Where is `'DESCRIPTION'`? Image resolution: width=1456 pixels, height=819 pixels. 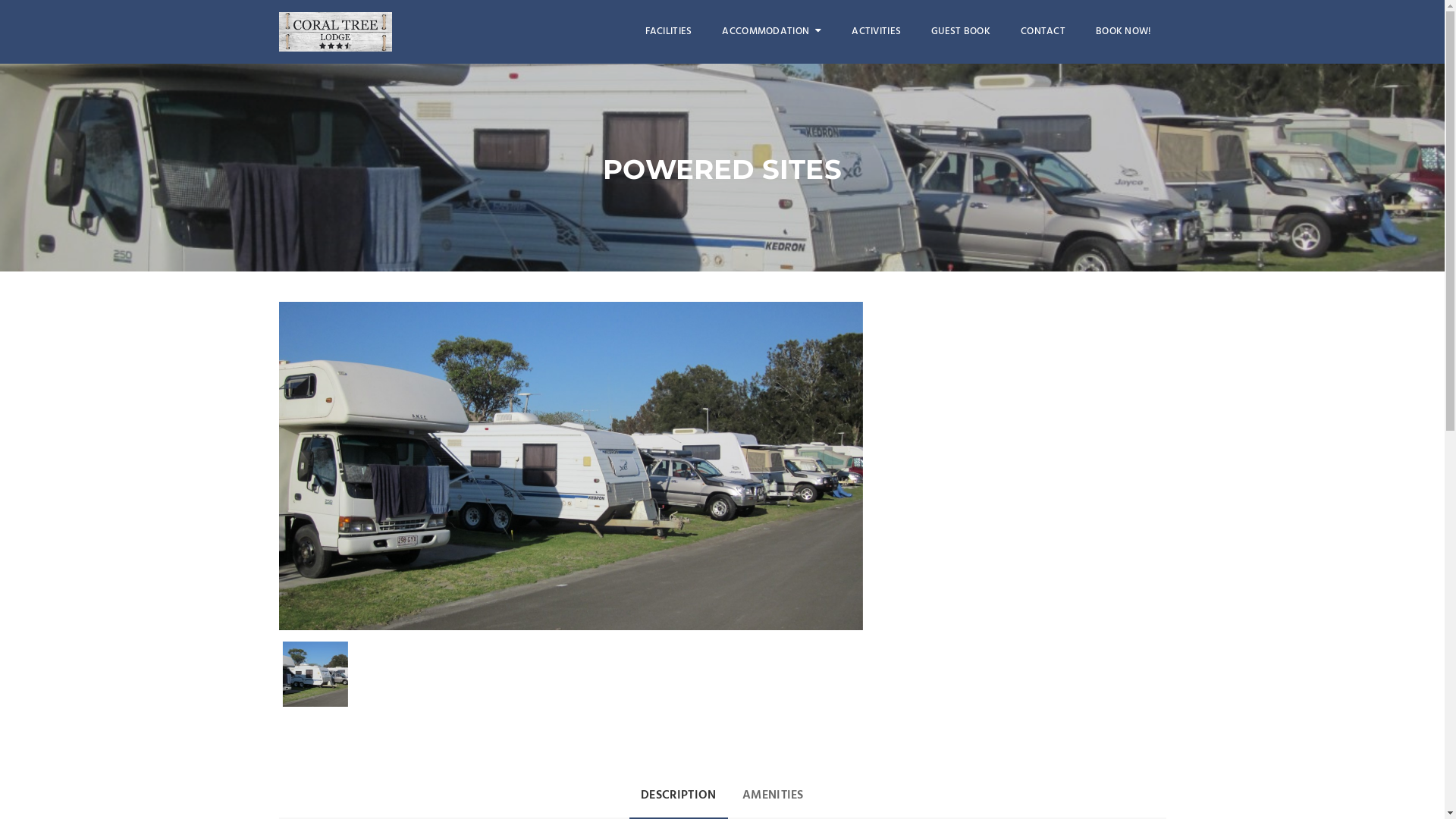
'DESCRIPTION' is located at coordinates (629, 795).